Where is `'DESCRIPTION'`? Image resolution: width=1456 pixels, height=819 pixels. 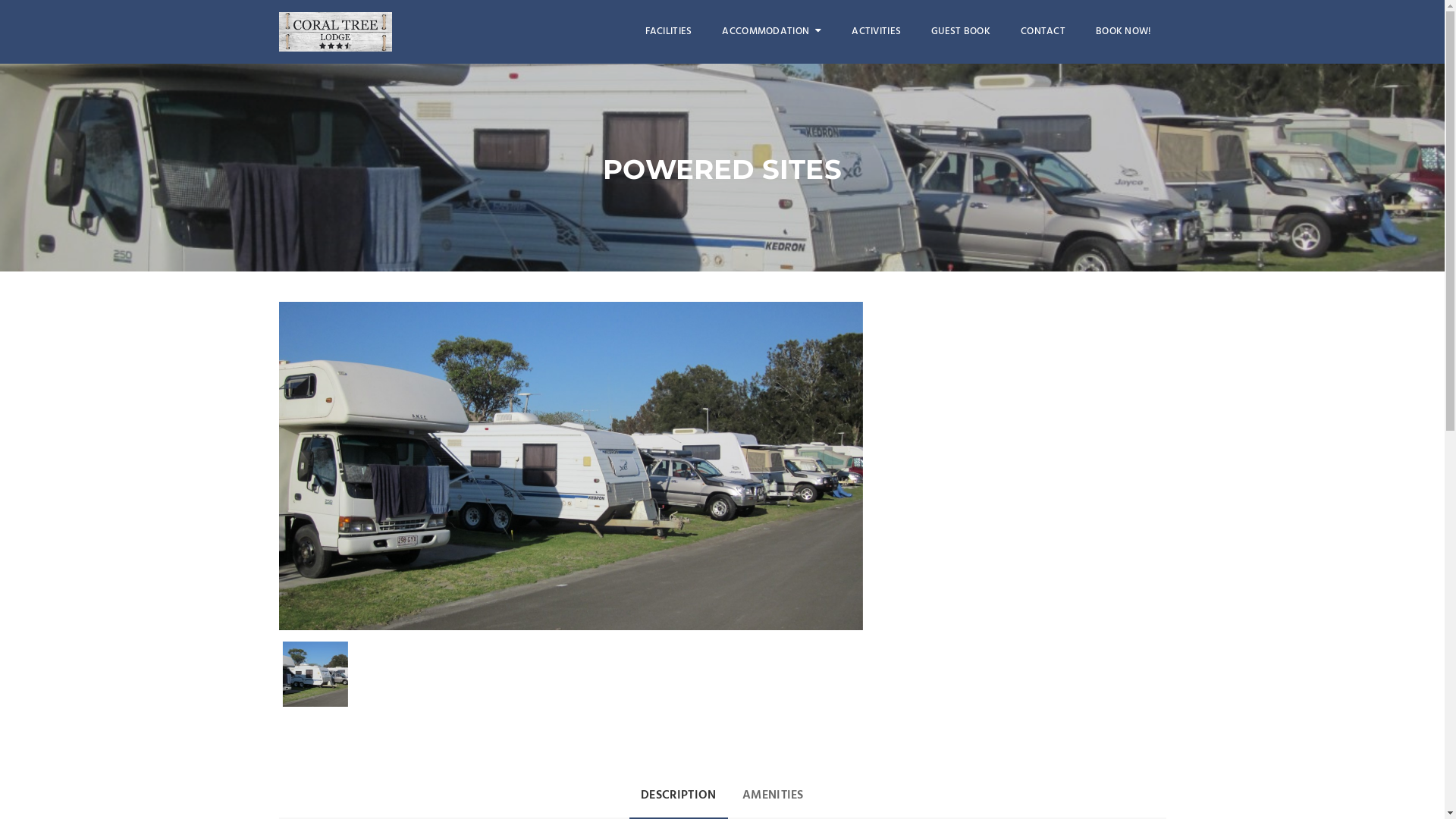
'DESCRIPTION' is located at coordinates (629, 795).